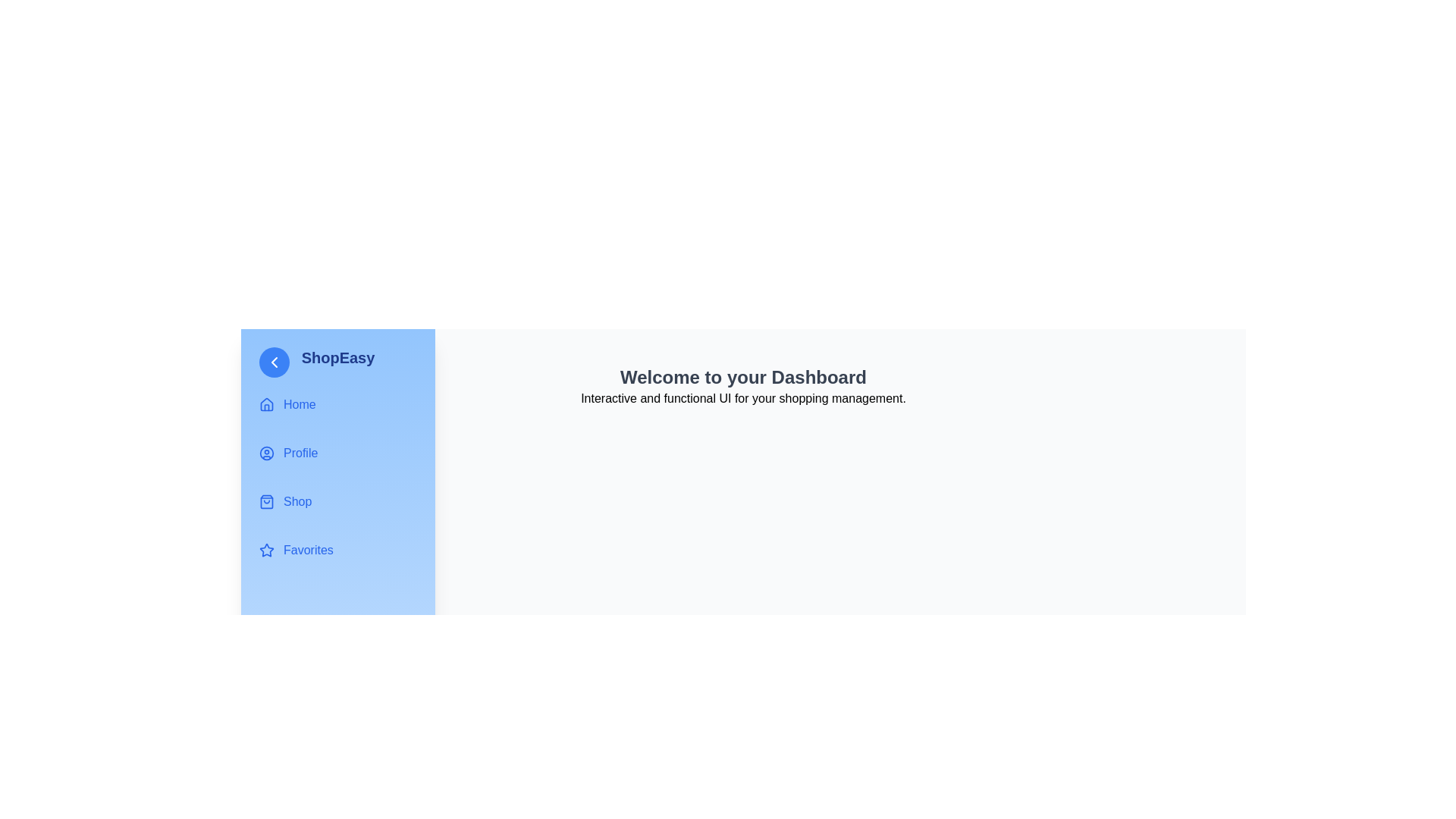  Describe the element at coordinates (266, 502) in the screenshot. I see `the shopping bag icon located in the navigation menu next to the 'Shop' label` at that location.